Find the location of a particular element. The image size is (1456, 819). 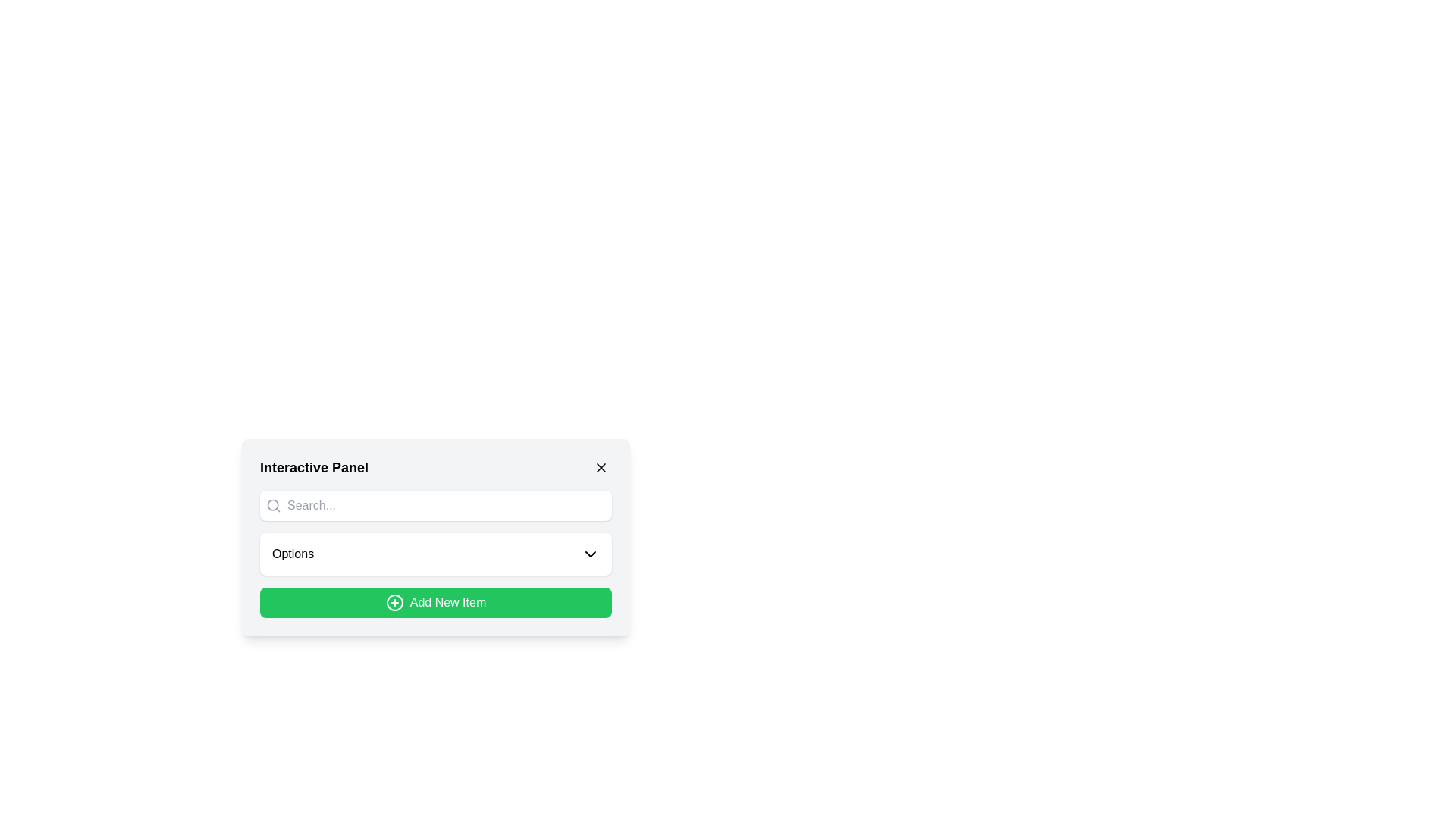

the SVG graphic component representing the 'Add New Item' action, located at the center of the green button in the lower section of the interactive panel is located at coordinates (394, 601).